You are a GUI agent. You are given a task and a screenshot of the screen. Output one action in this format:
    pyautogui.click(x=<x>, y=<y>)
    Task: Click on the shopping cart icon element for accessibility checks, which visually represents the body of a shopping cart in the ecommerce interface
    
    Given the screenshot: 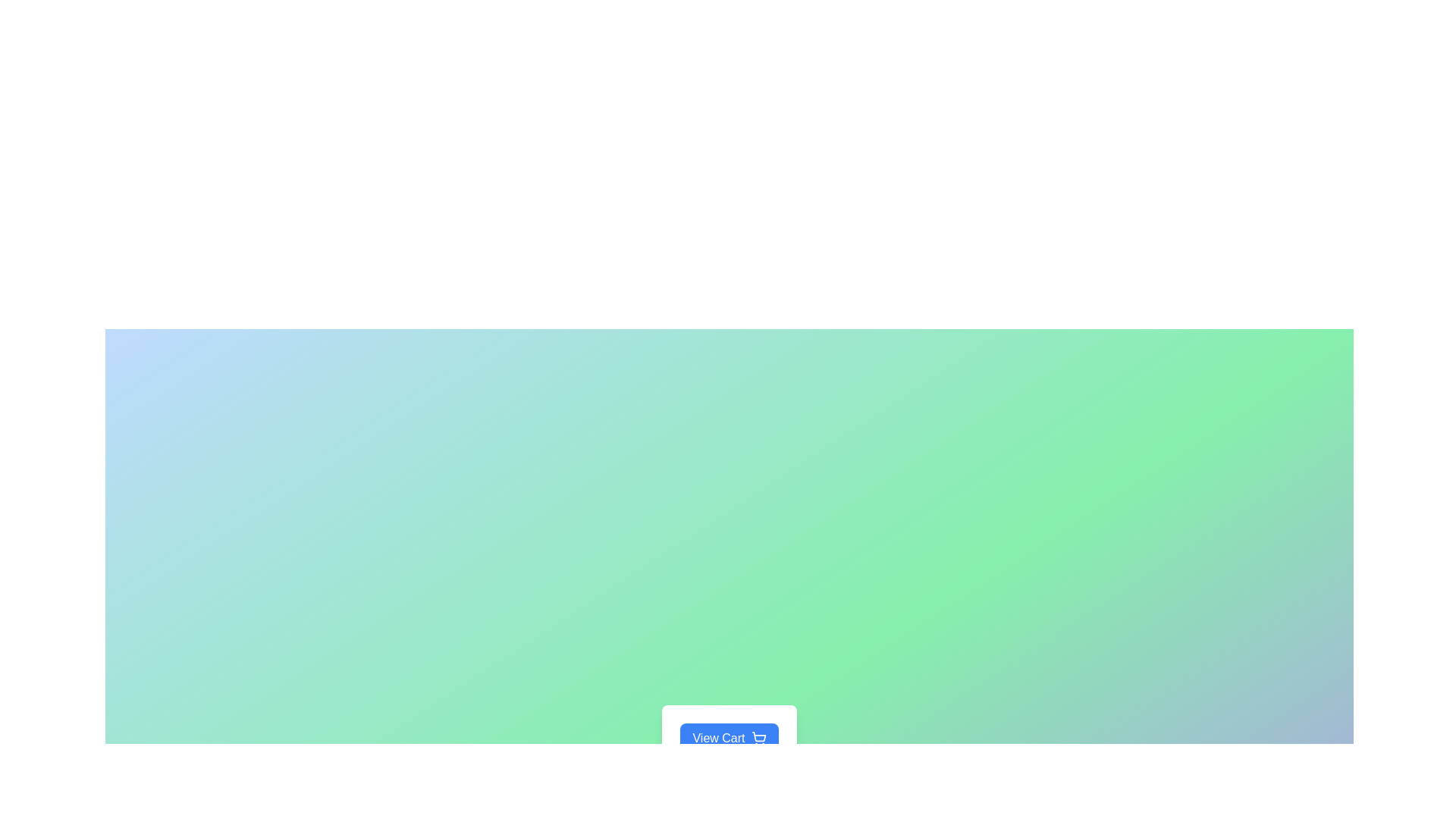 What is the action you would take?
    pyautogui.click(x=758, y=736)
    